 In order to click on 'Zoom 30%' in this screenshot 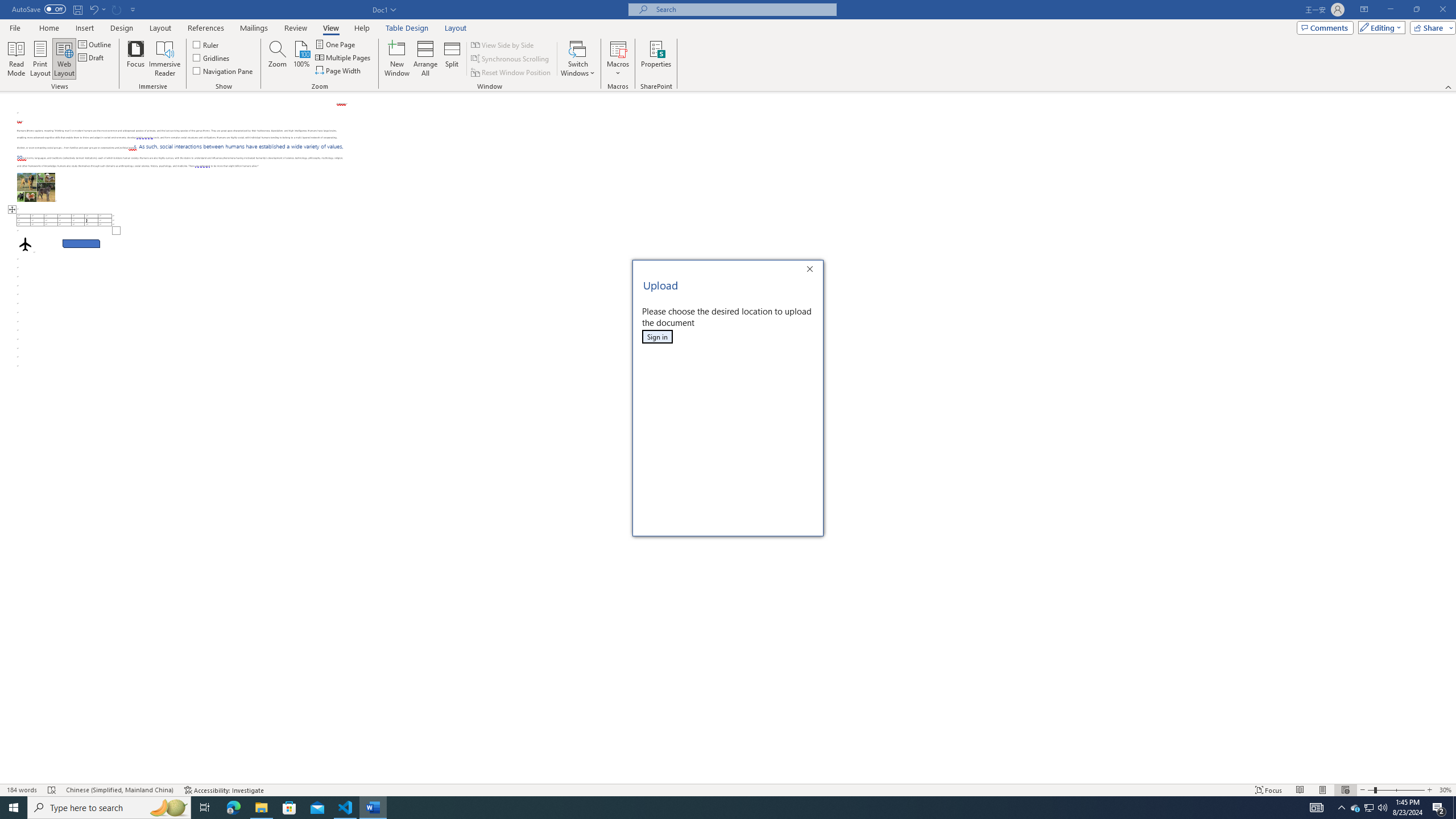, I will do `click(1445, 790)`.